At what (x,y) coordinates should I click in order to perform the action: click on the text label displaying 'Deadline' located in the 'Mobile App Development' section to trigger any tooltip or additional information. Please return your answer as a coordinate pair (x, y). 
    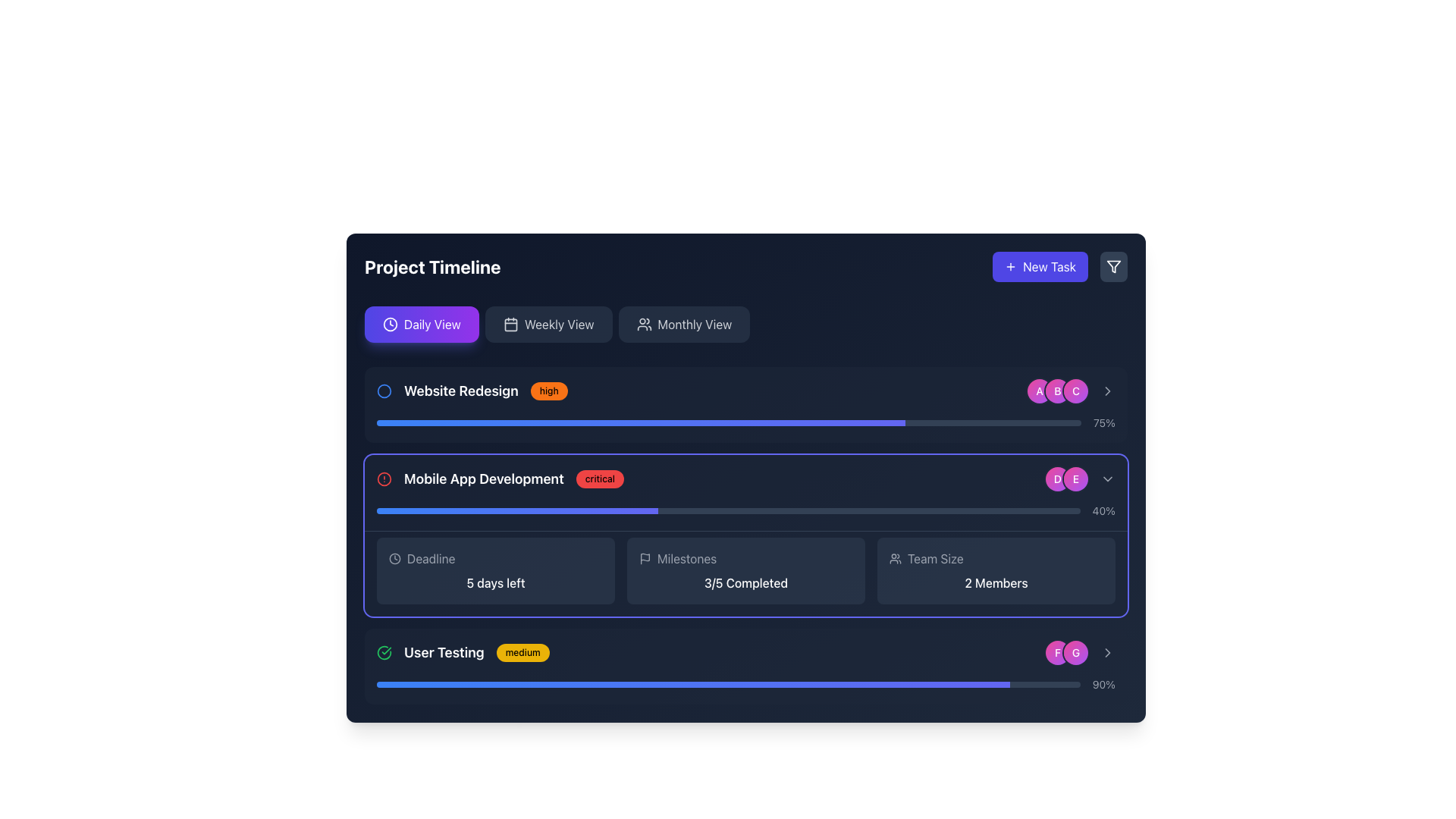
    Looking at the image, I should click on (430, 558).